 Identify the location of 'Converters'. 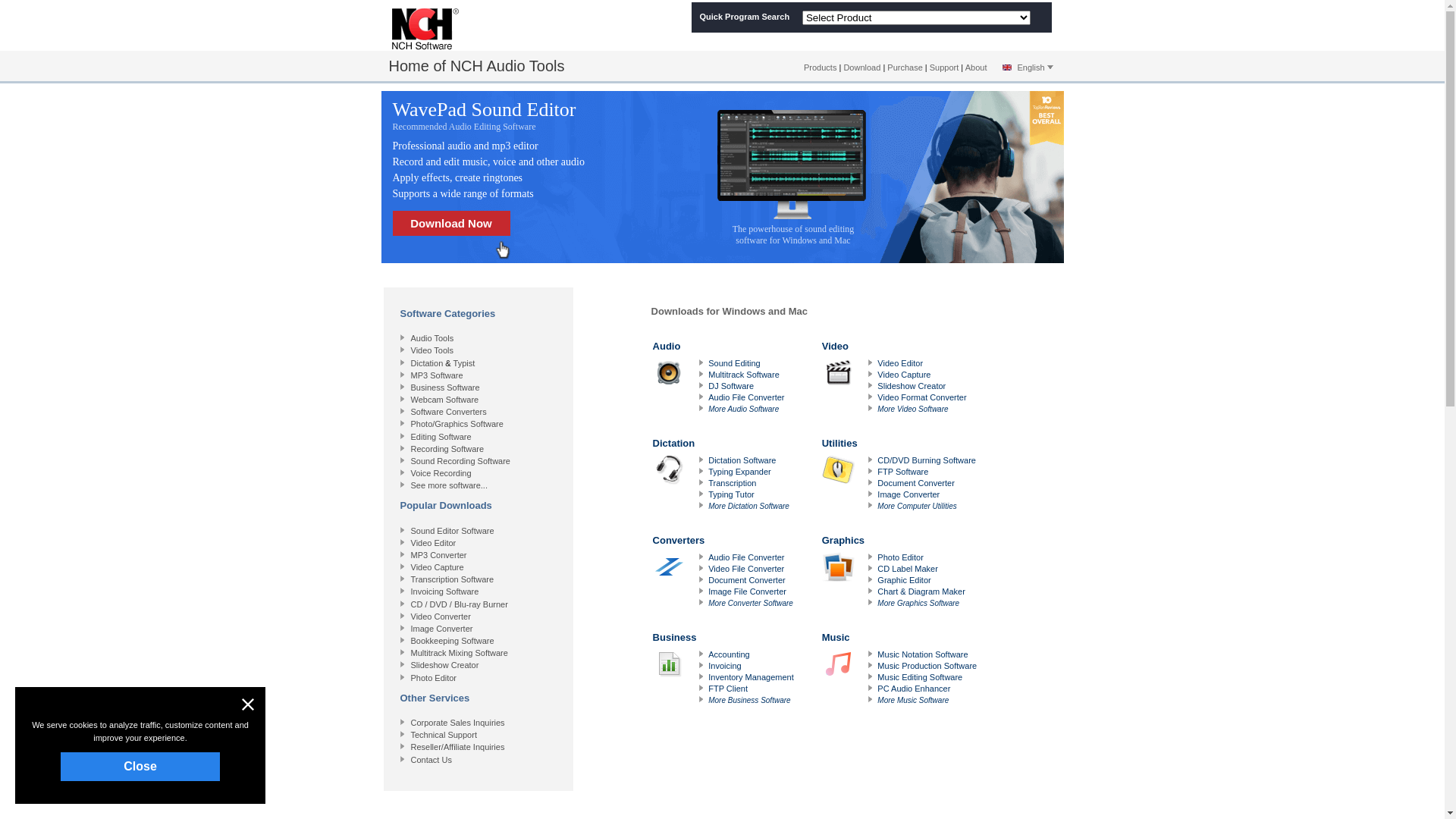
(652, 570).